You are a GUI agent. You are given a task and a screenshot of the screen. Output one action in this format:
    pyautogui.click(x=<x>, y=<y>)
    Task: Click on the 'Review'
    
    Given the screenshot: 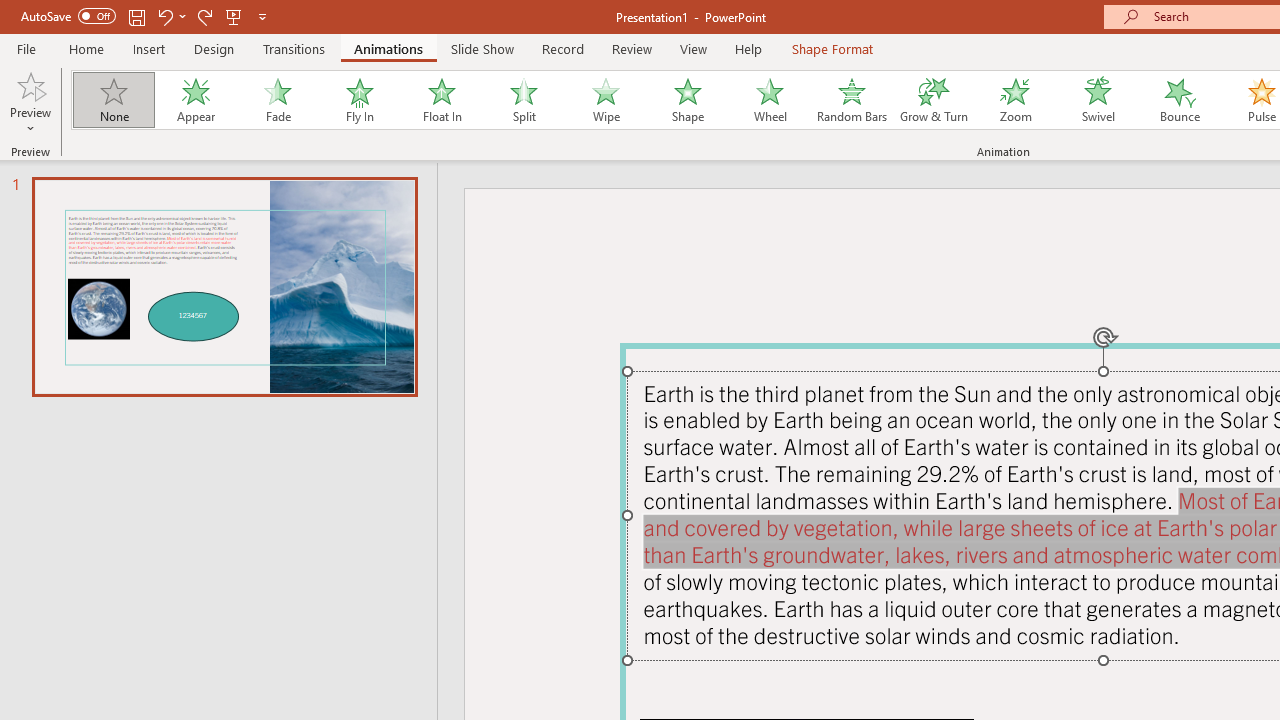 What is the action you would take?
    pyautogui.click(x=630, y=48)
    